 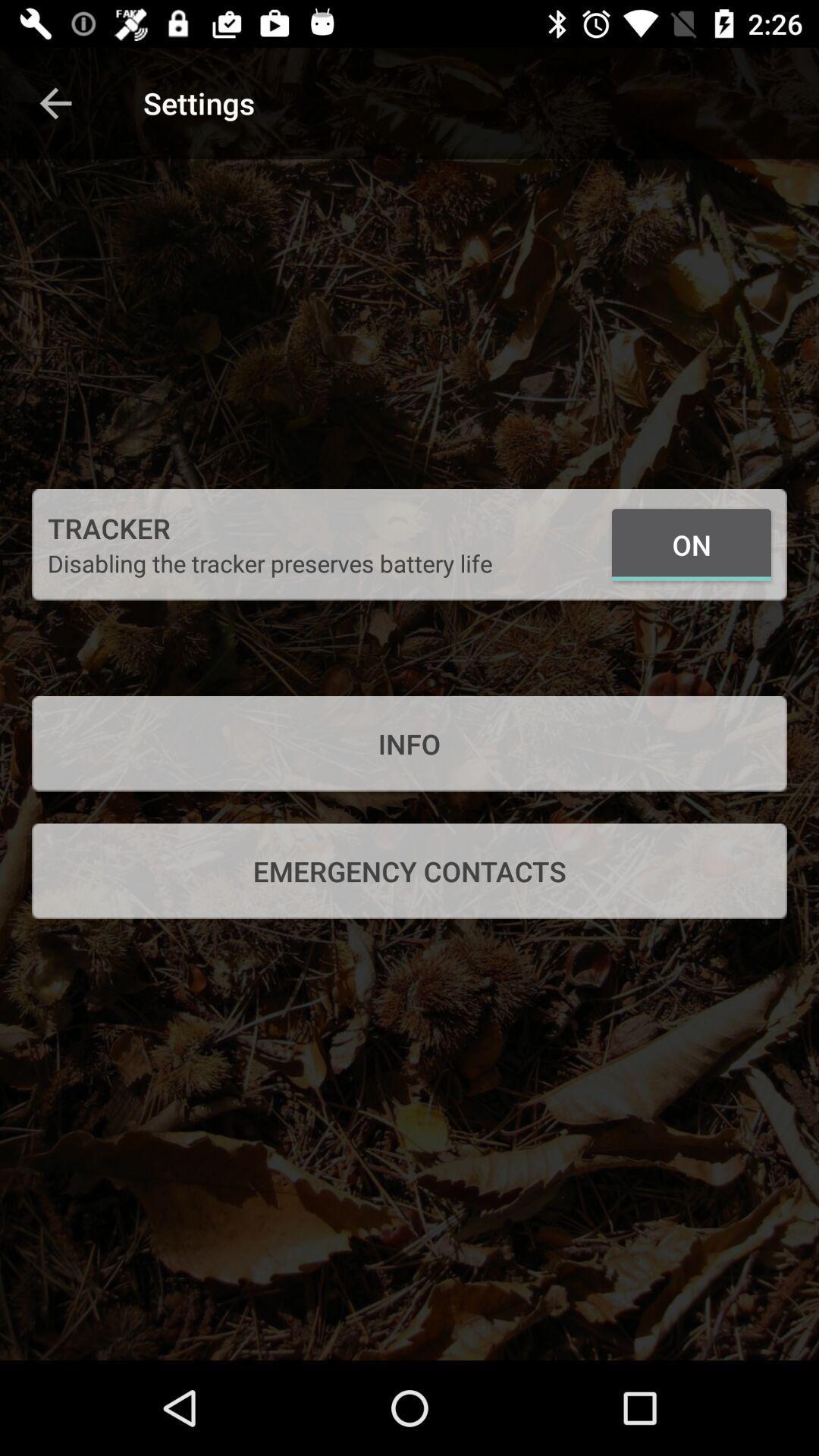 What do you see at coordinates (691, 544) in the screenshot?
I see `item on the right` at bounding box center [691, 544].